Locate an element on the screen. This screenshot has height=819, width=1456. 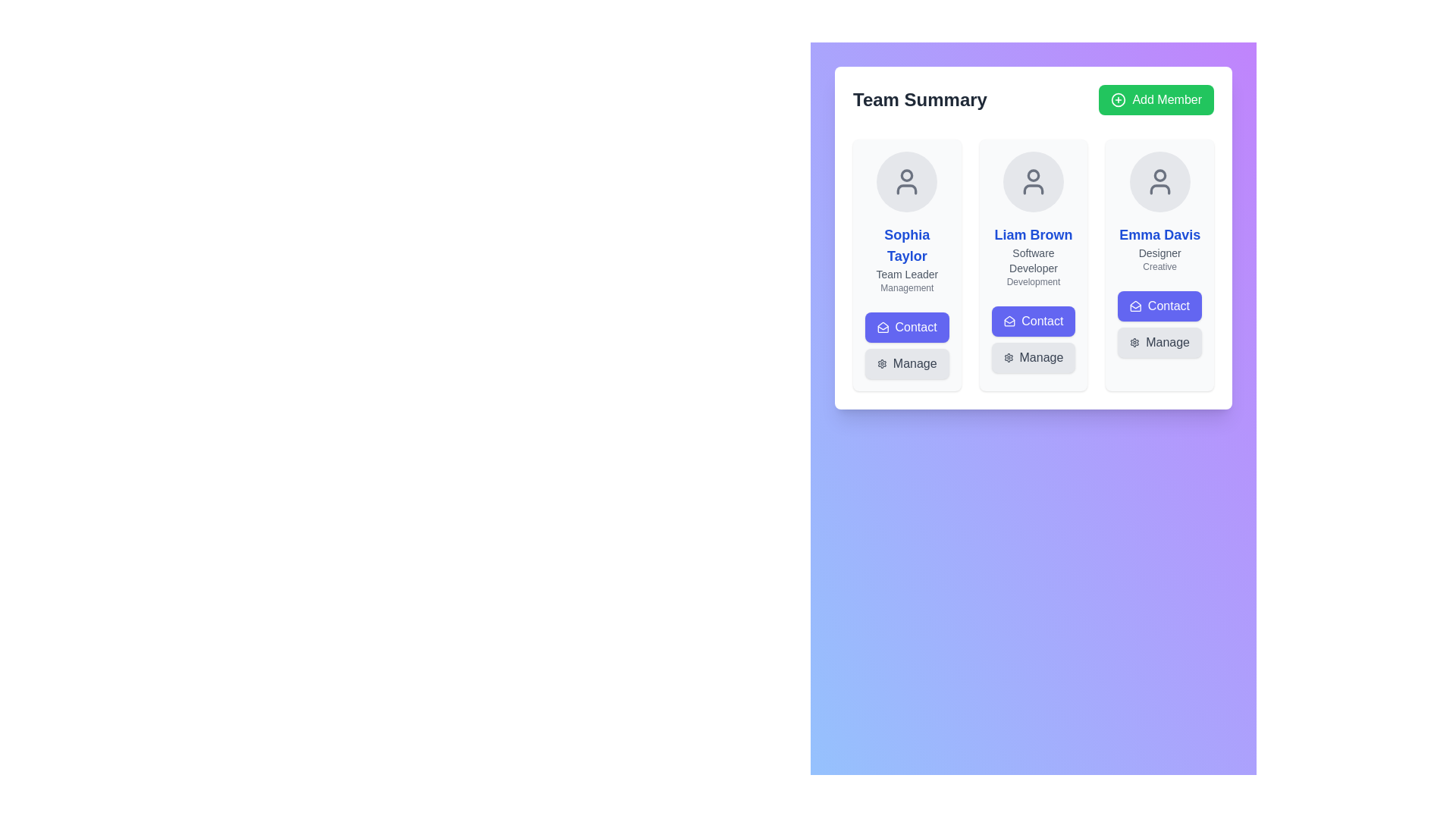
the profile picture placeholder icon above the name 'Liam Brown' and the title 'Software Developer' in the middle profile card is located at coordinates (1033, 180).